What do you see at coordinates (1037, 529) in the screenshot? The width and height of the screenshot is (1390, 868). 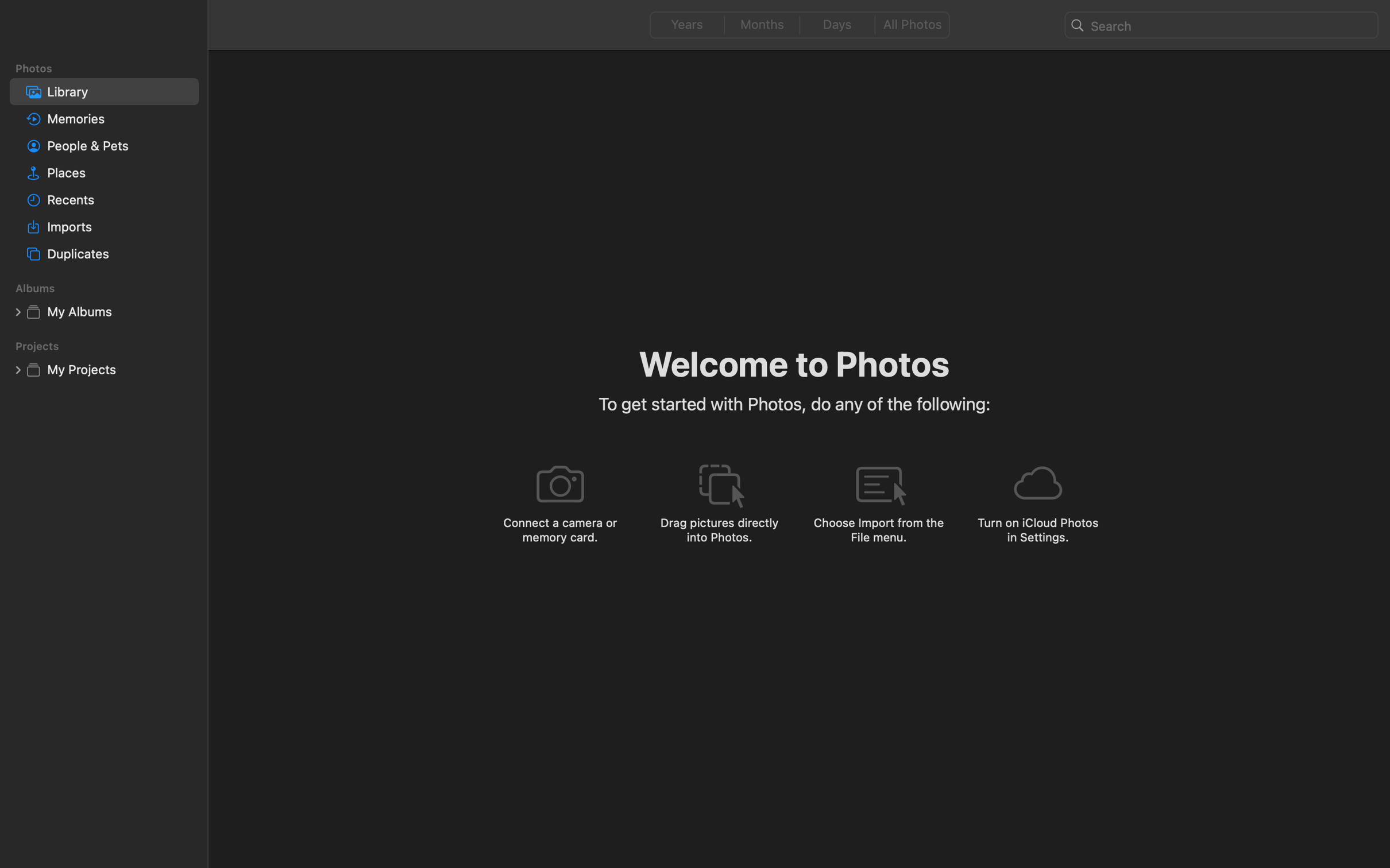 I see `'Turn on iCloud Photos in Settings.'` at bounding box center [1037, 529].